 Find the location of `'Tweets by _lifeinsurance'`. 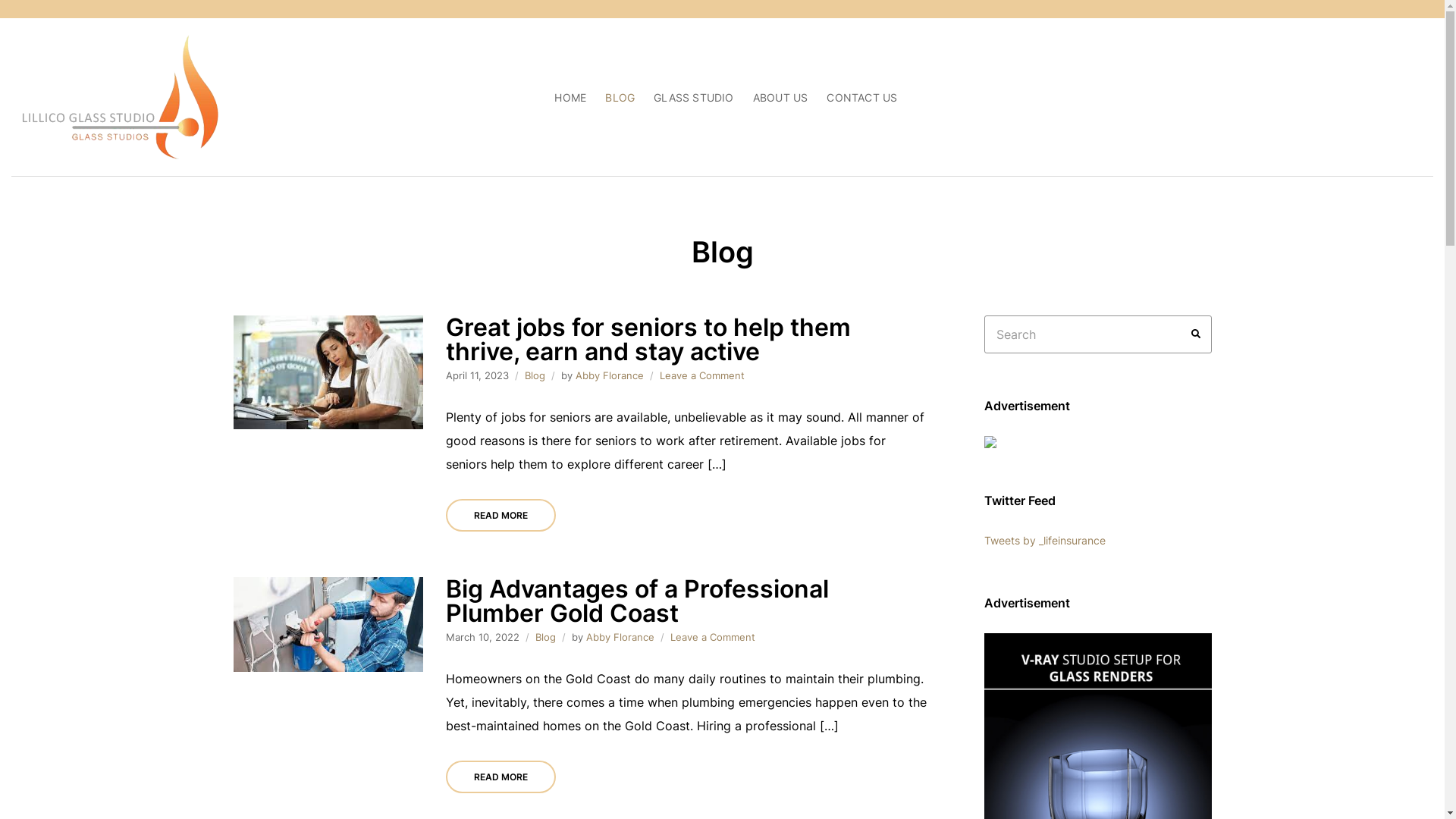

'Tweets by _lifeinsurance' is located at coordinates (984, 539).